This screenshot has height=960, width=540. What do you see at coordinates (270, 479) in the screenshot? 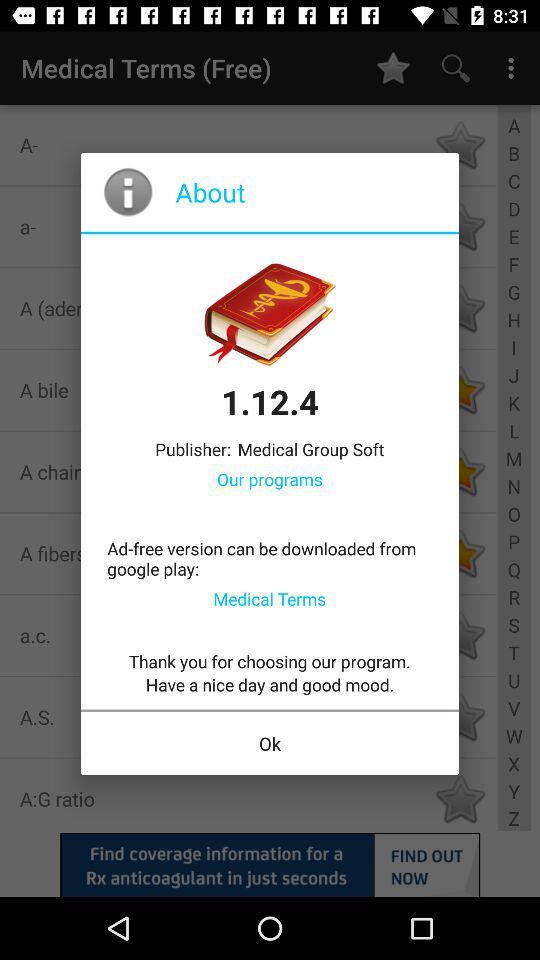
I see `icon below publisher: item` at bounding box center [270, 479].